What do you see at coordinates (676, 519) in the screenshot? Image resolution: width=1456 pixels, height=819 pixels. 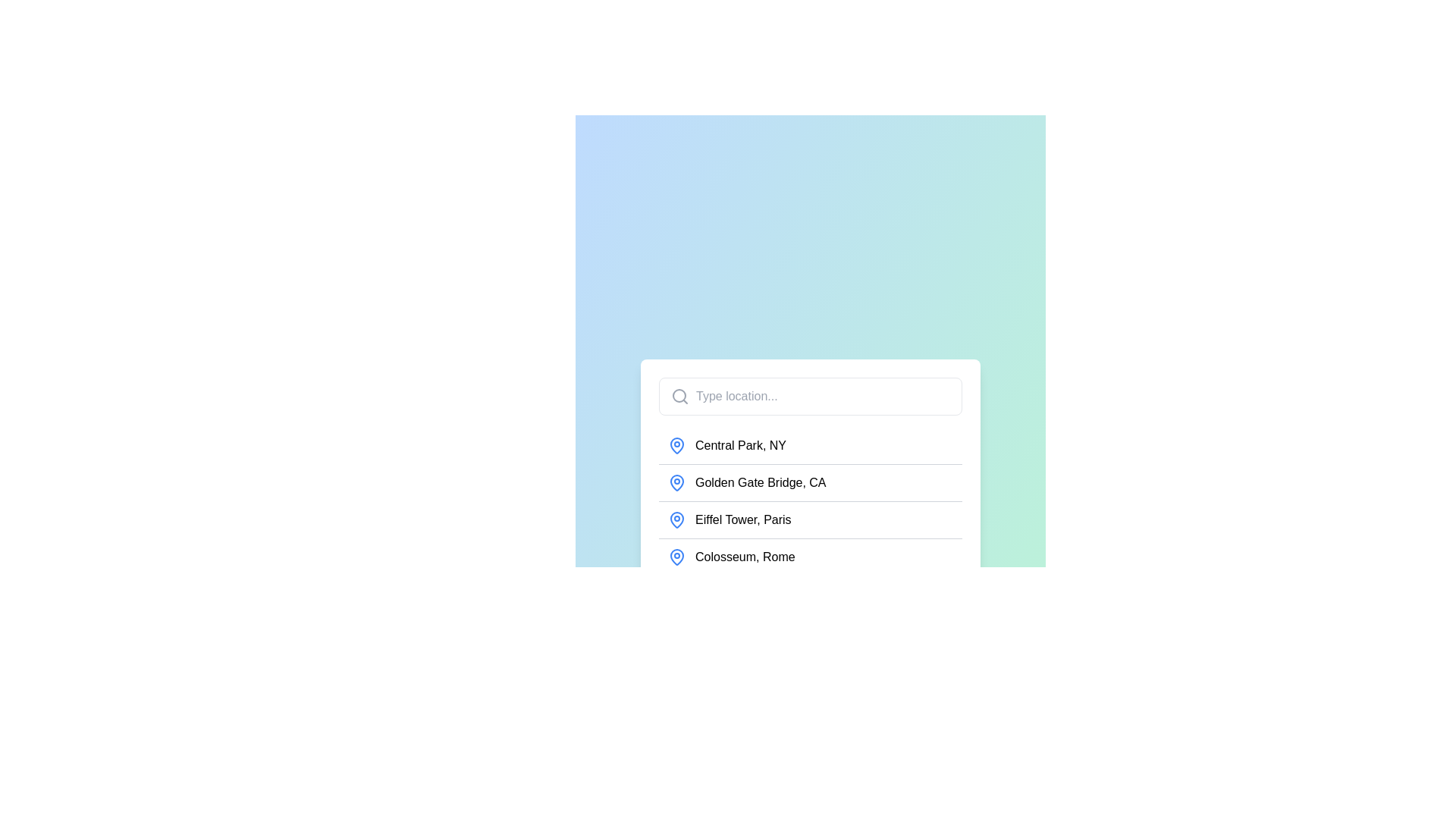 I see `the geographical location pin icon that denotes the item as a place or landmark, which is positioned to the left of the text 'Eiffel Tower, Paris'` at bounding box center [676, 519].